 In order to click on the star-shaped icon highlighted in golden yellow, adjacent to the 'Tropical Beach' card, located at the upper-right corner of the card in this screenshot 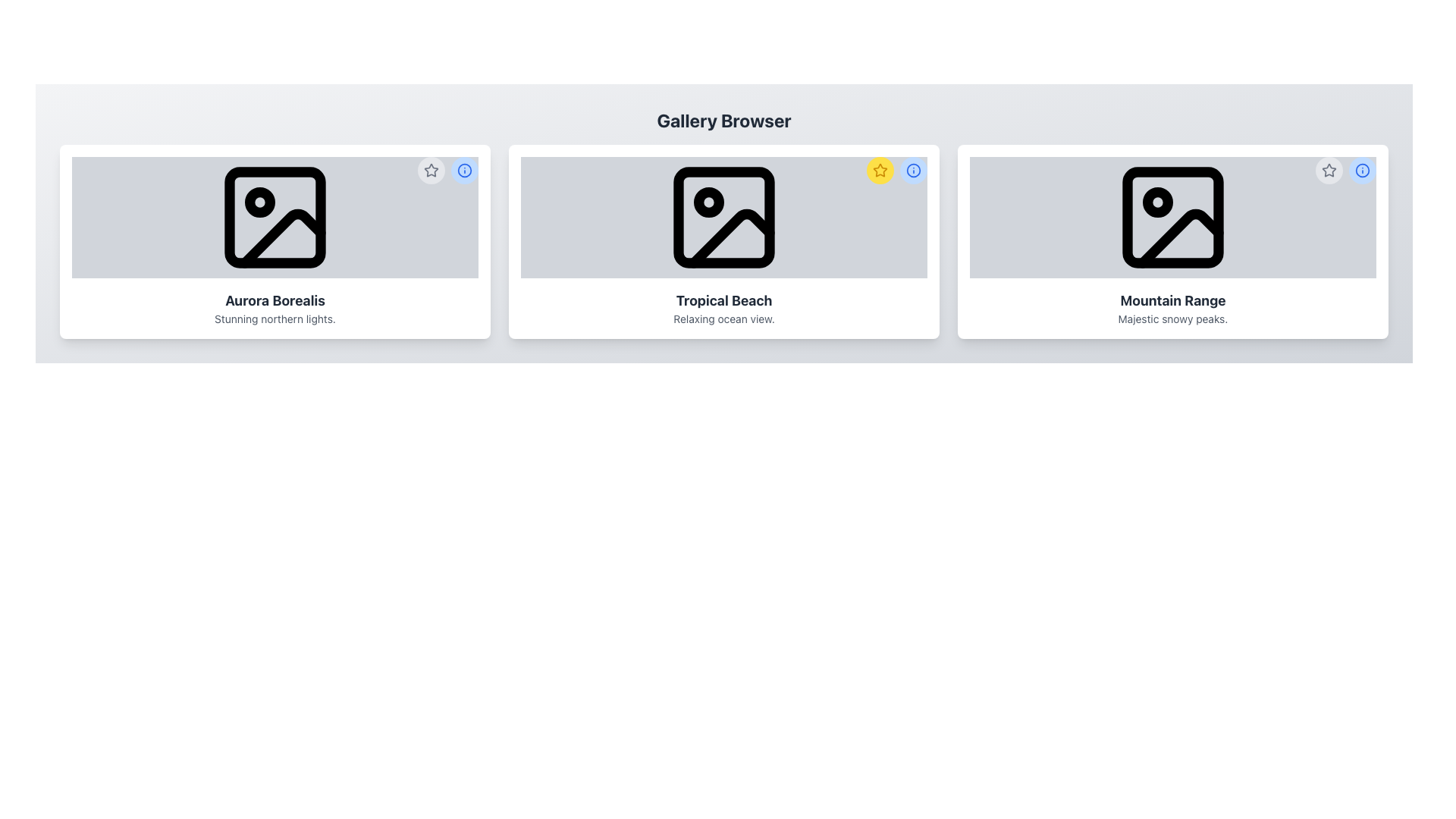, I will do `click(880, 169)`.